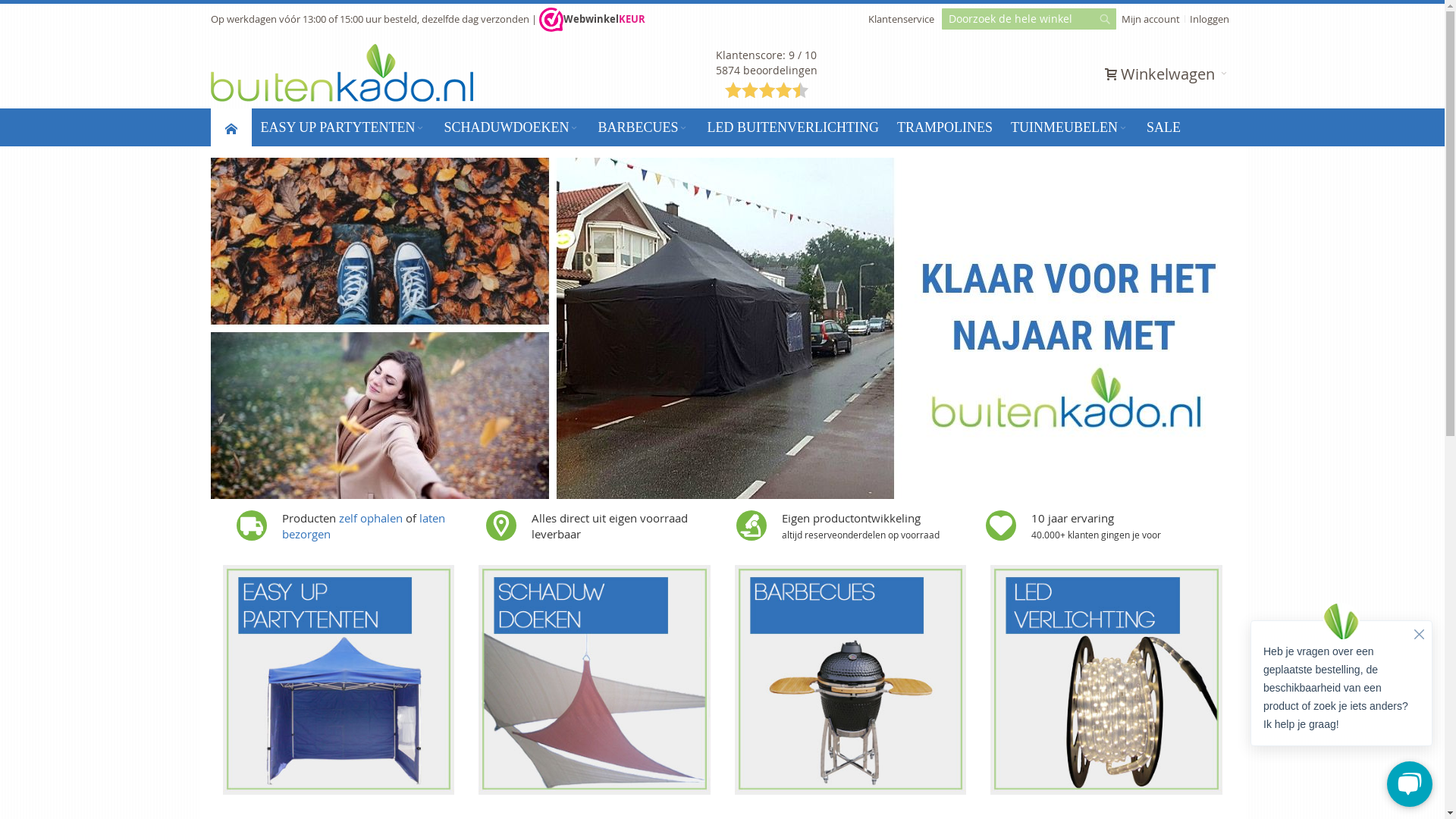  What do you see at coordinates (1068, 127) in the screenshot?
I see `'TUINMEUBELEN'` at bounding box center [1068, 127].